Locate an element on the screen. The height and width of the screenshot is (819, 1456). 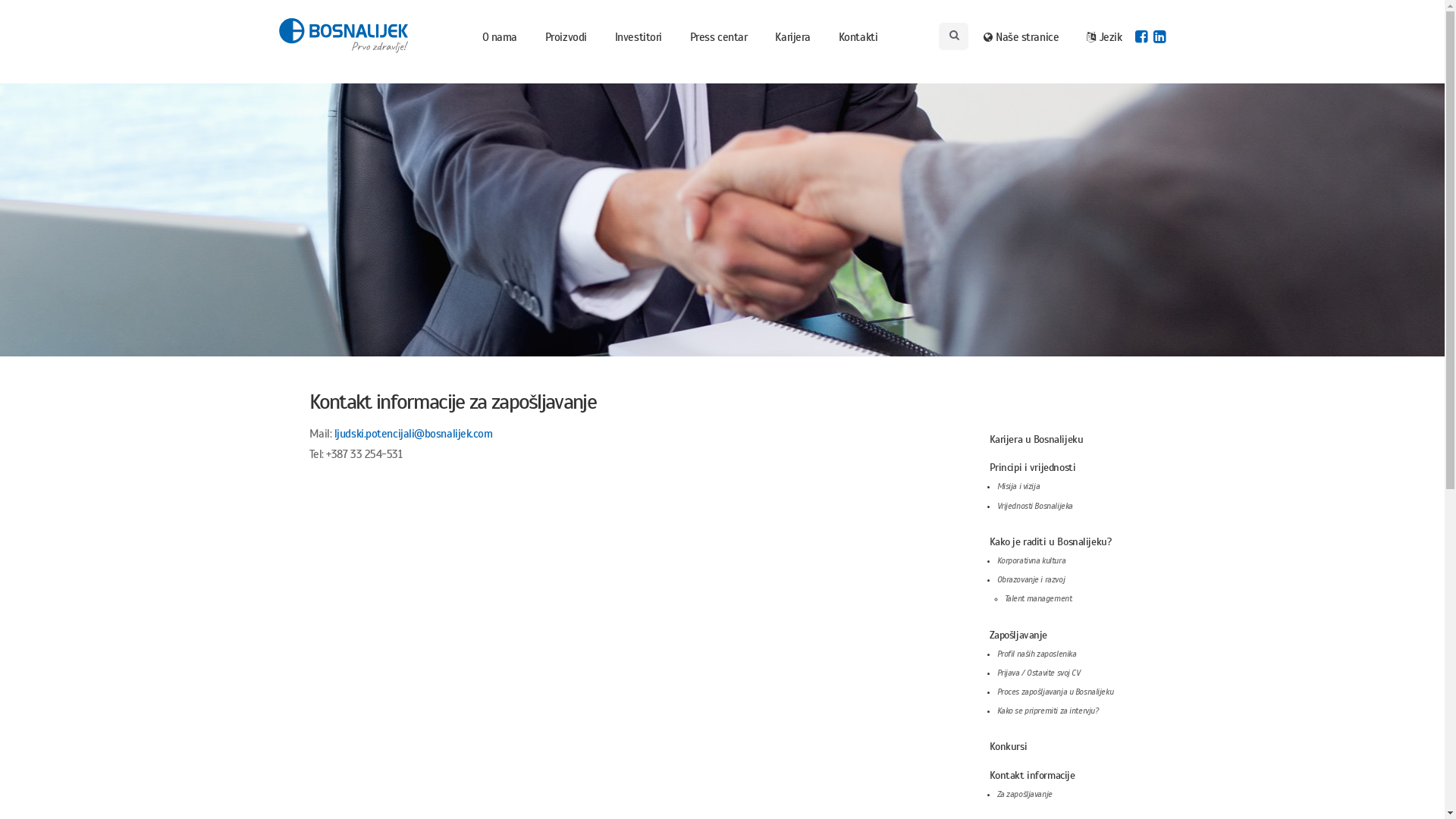
'Press centar' is located at coordinates (718, 36).